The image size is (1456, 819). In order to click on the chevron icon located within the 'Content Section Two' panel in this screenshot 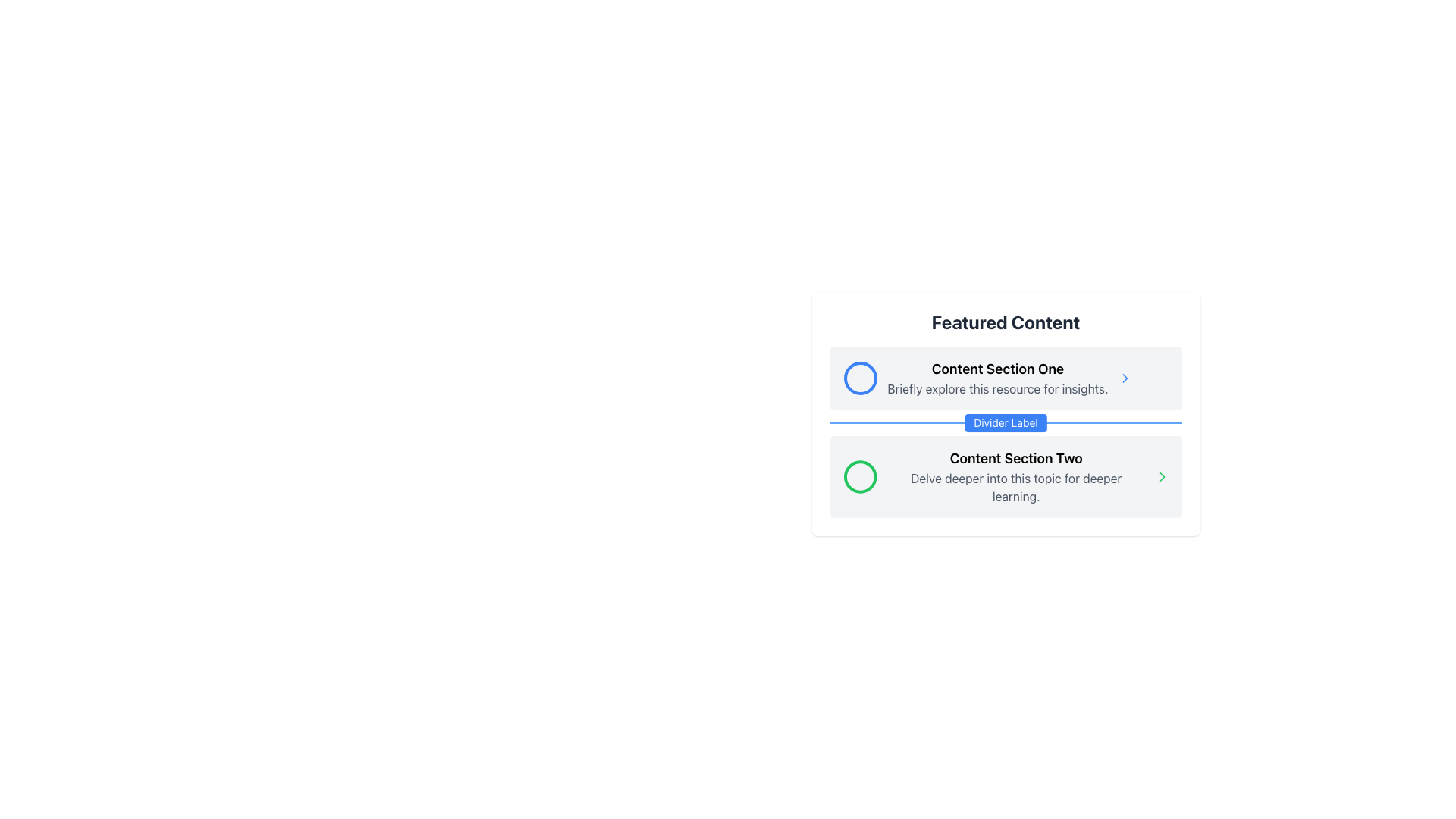, I will do `click(1161, 475)`.